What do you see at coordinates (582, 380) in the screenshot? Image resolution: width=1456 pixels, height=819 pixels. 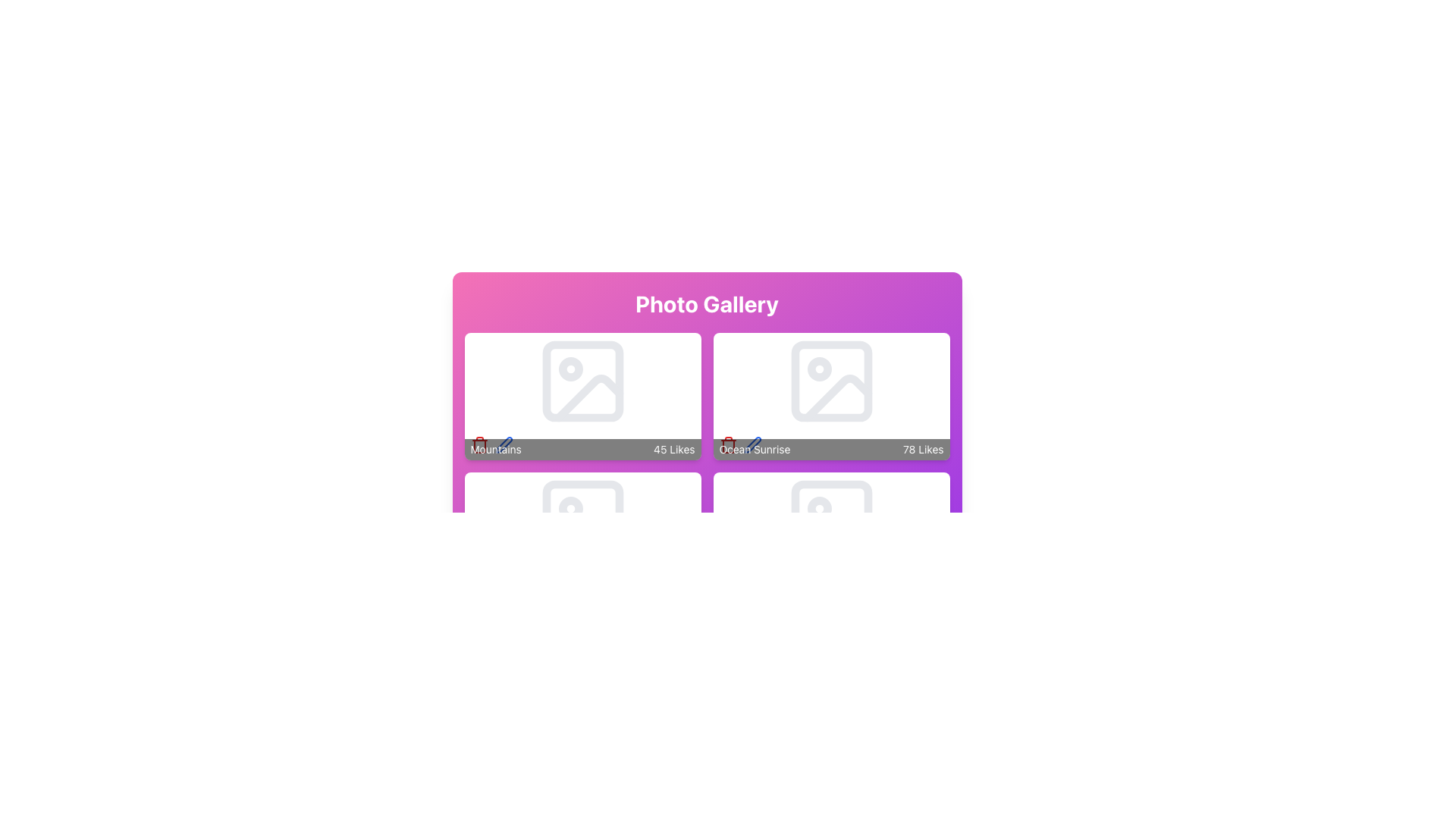 I see `the decorative graphic rectangle element located in the upper left grid cell of the photo gallery layout, which serves as part of the image placeholder` at bounding box center [582, 380].